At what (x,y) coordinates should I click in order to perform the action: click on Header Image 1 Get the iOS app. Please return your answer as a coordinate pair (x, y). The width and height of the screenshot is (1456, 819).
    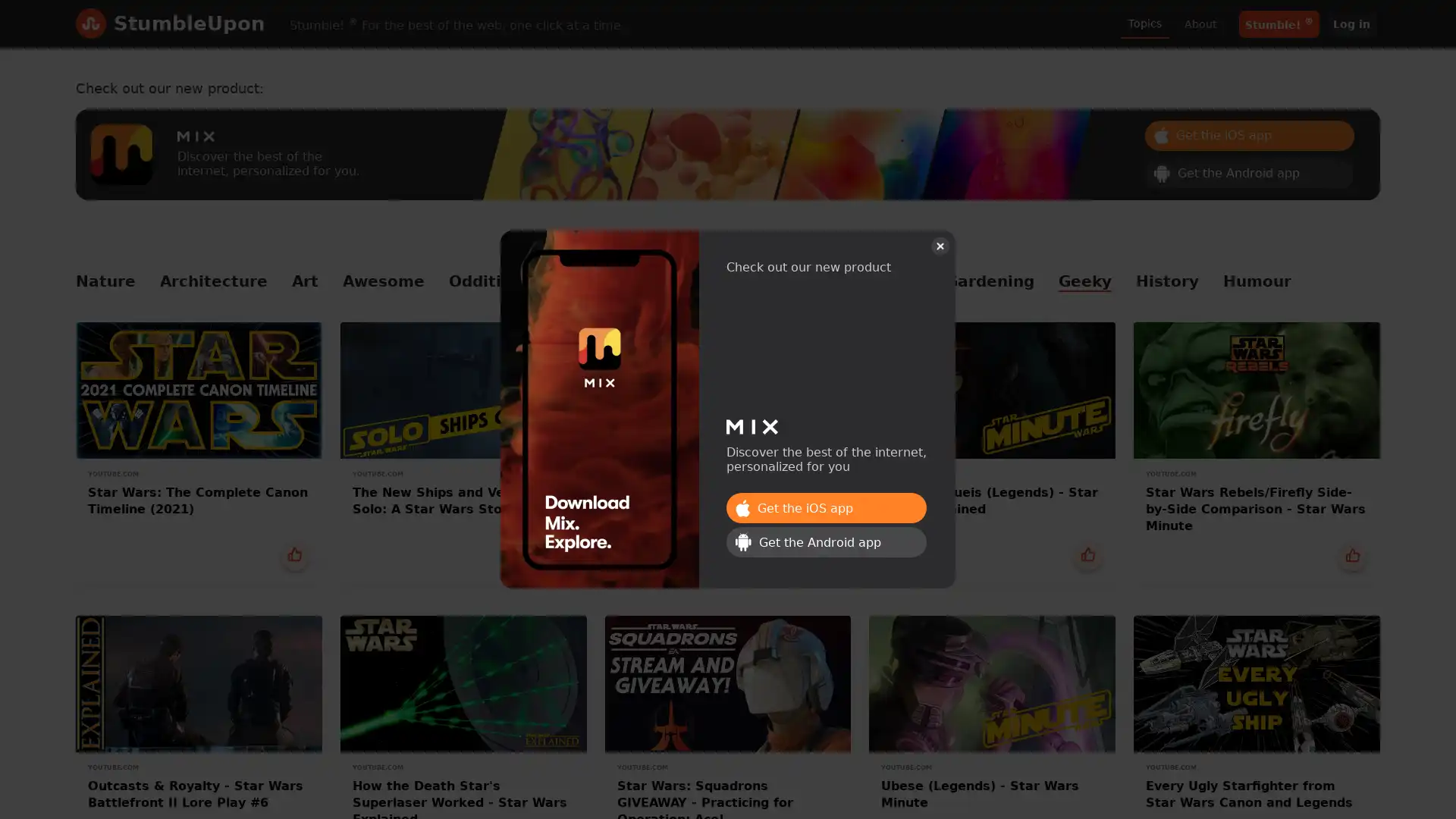
    Looking at the image, I should click on (825, 508).